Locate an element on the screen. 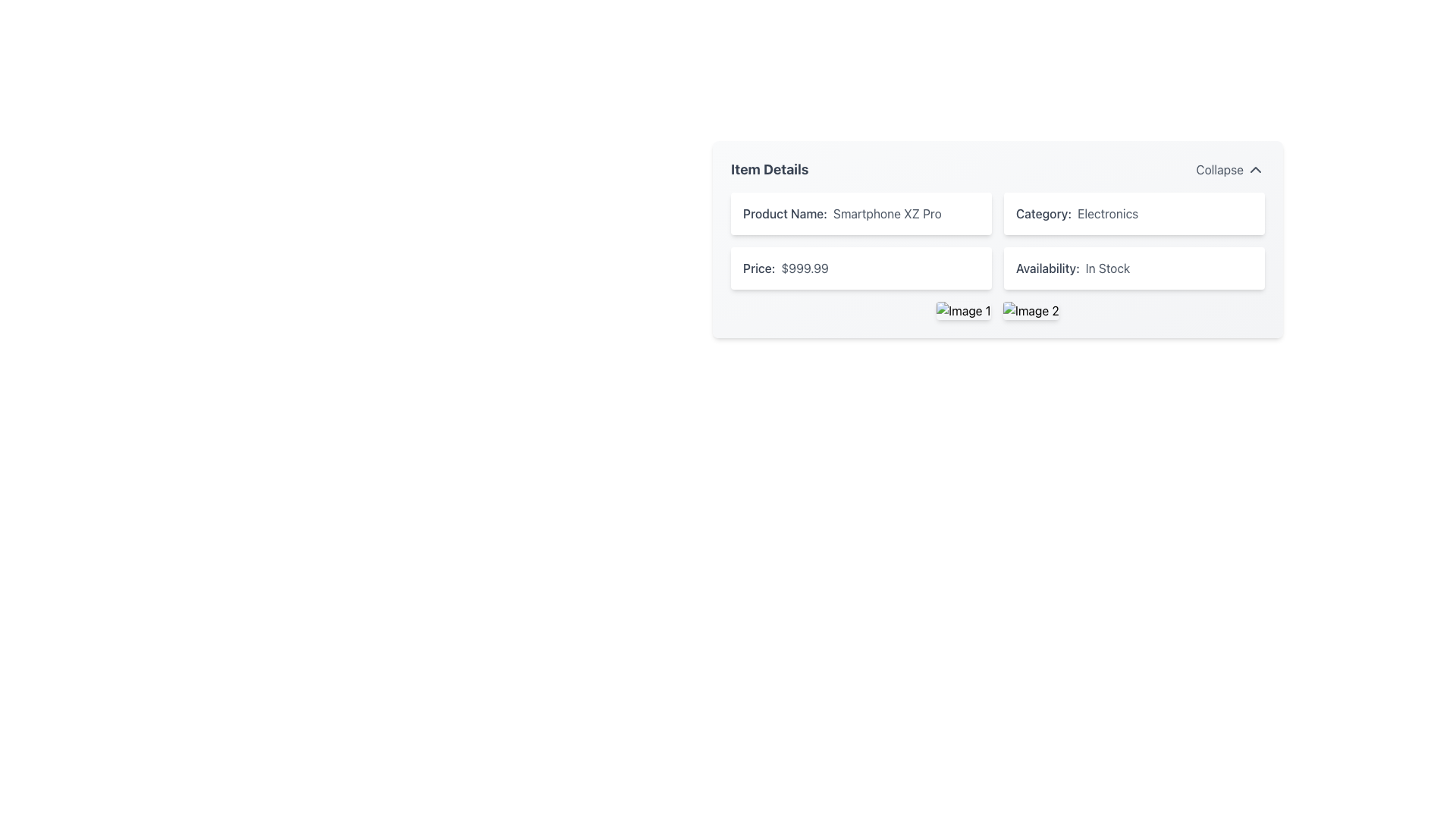  the first thumbnail image labeled 'Image 1' is located at coordinates (963, 309).